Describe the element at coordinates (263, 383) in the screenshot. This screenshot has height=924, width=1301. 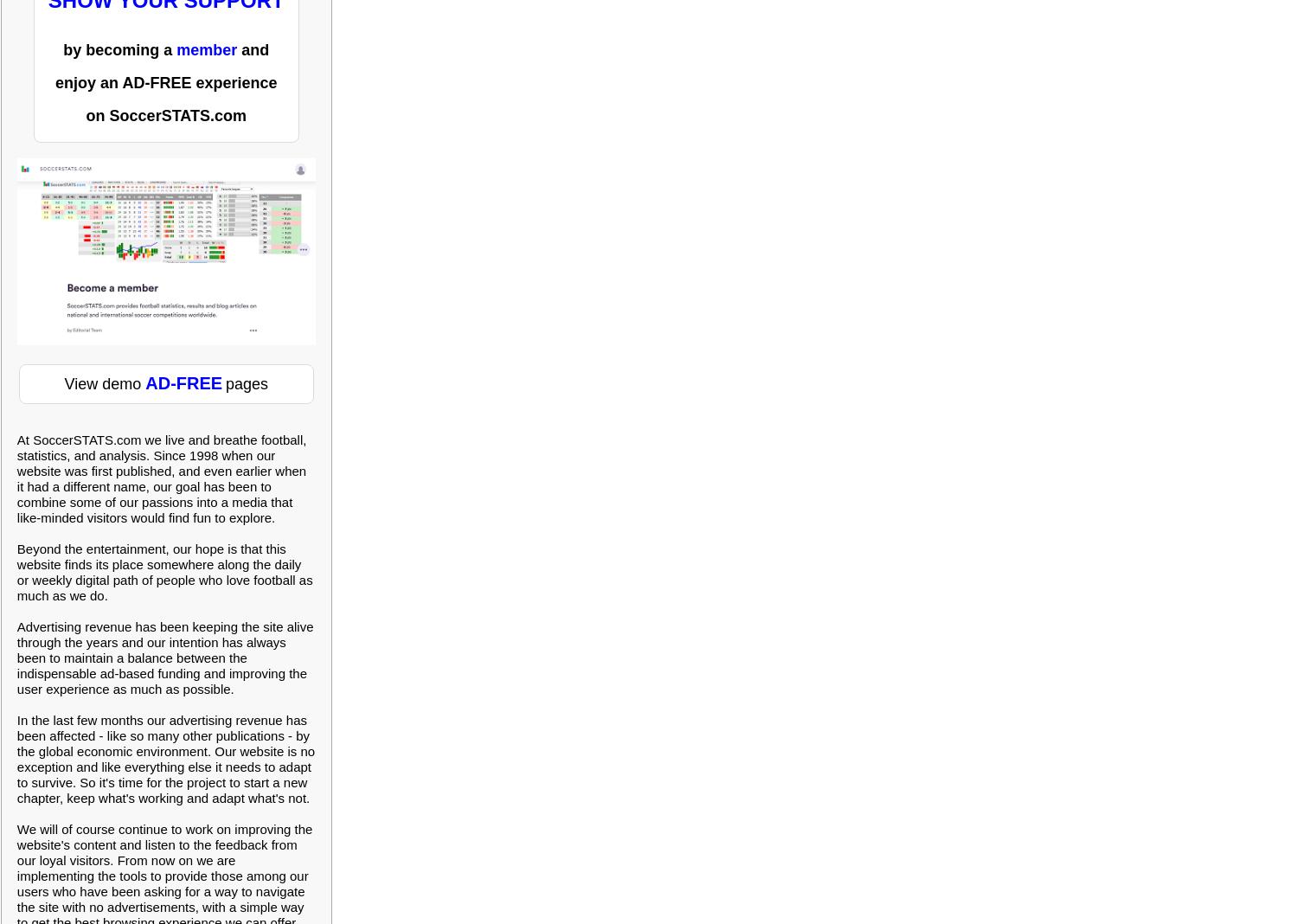
I see `'pages'` at that location.